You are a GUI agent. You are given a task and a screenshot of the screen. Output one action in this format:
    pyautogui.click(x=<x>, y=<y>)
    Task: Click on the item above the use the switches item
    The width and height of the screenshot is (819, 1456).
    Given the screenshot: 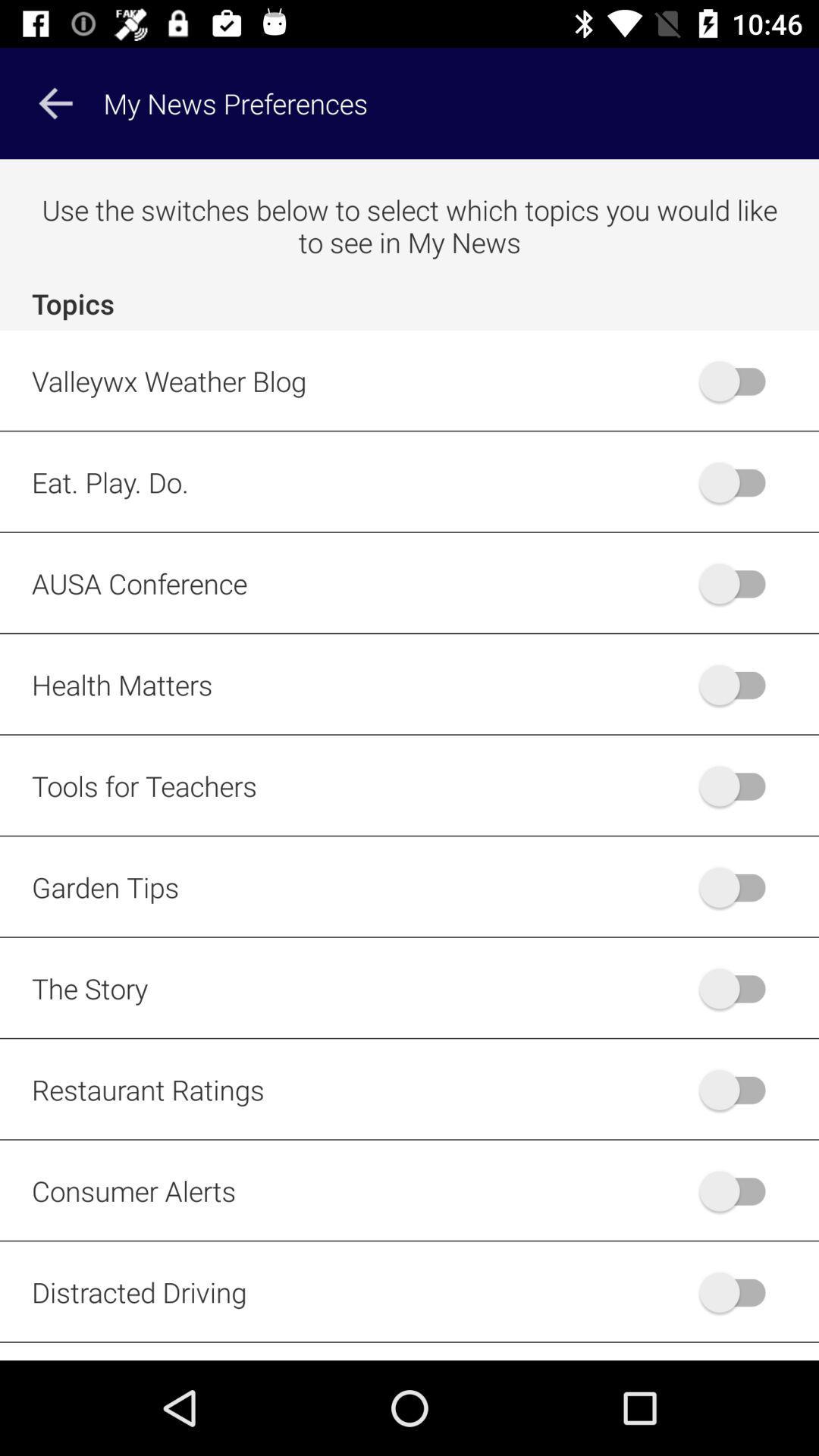 What is the action you would take?
    pyautogui.click(x=55, y=102)
    